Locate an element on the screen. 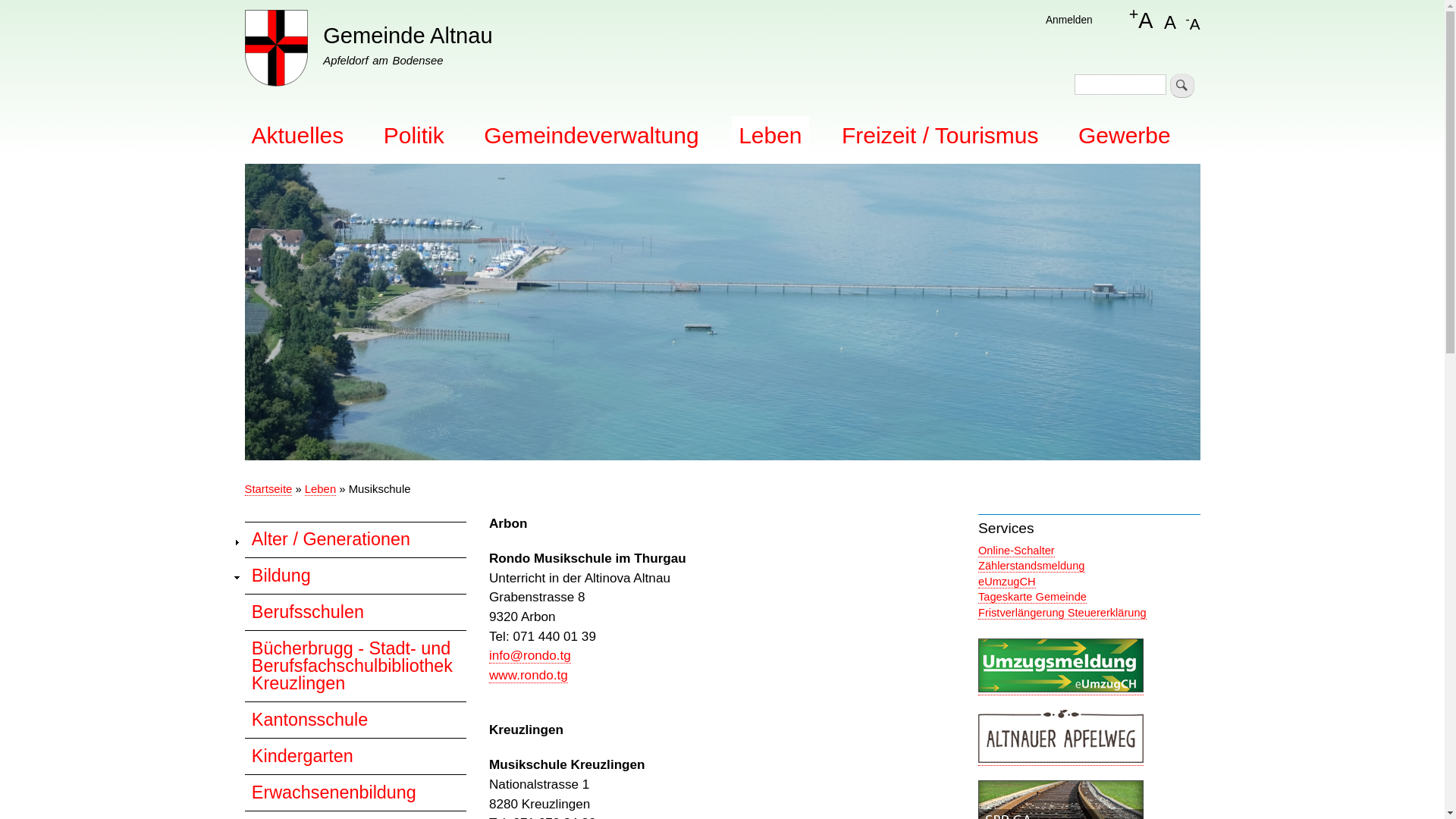 This screenshot has width=1456, height=819. 'Die Begriffe eingeben, nach denen gesucht werden soll.' is located at coordinates (1120, 84).